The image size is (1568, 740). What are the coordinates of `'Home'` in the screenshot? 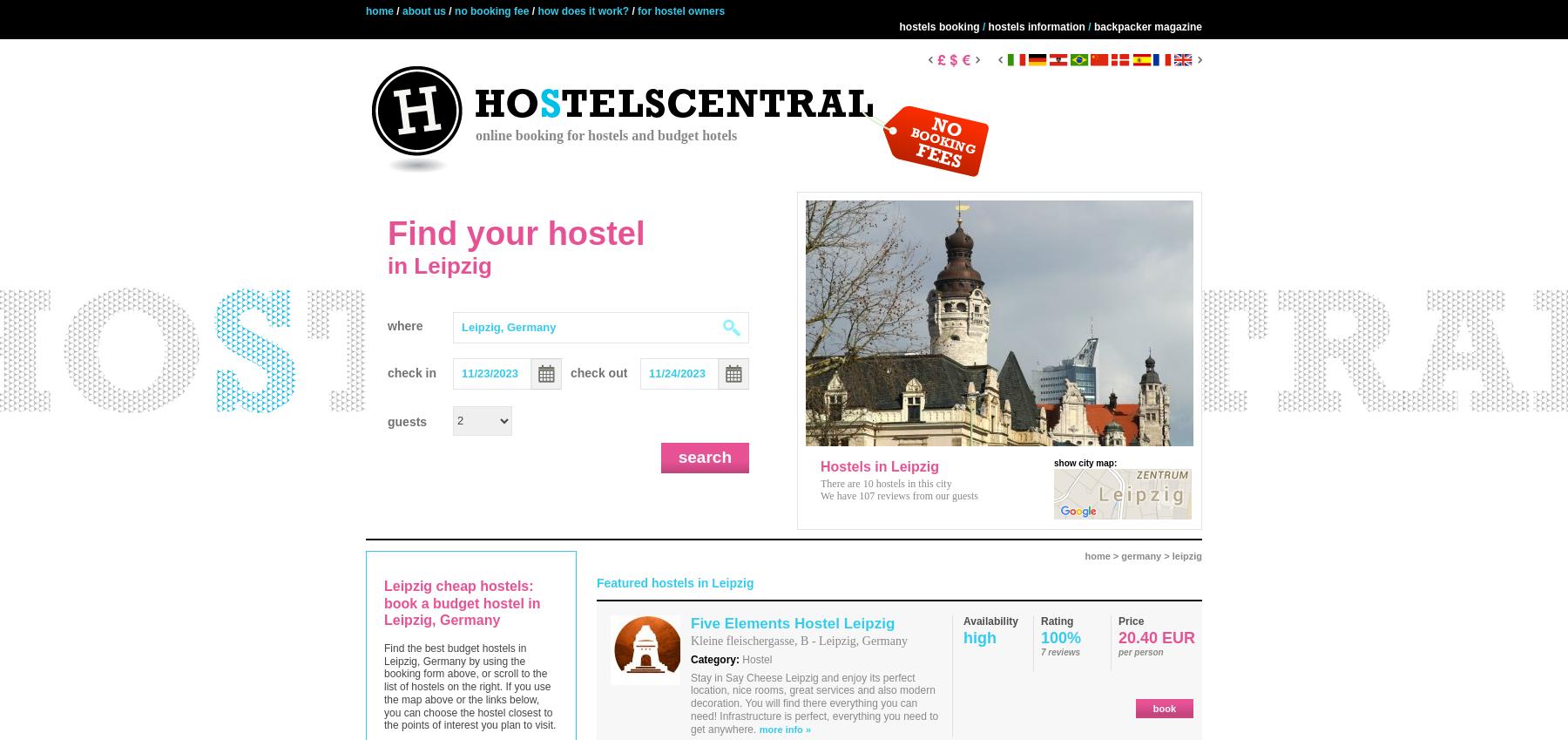 It's located at (379, 10).